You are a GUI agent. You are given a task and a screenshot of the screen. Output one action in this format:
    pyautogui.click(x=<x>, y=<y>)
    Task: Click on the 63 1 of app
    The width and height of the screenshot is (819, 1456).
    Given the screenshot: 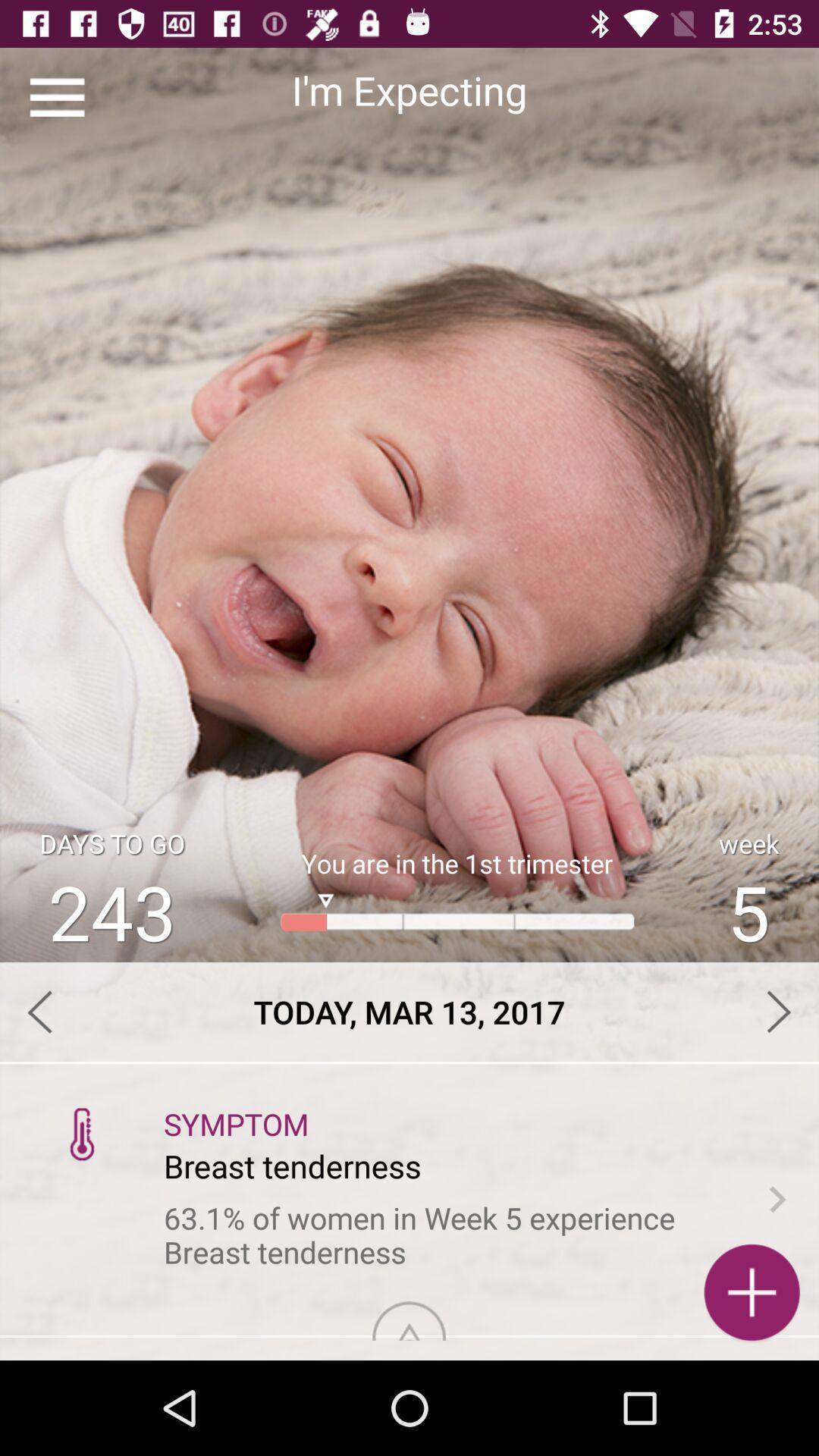 What is the action you would take?
    pyautogui.click(x=449, y=1235)
    